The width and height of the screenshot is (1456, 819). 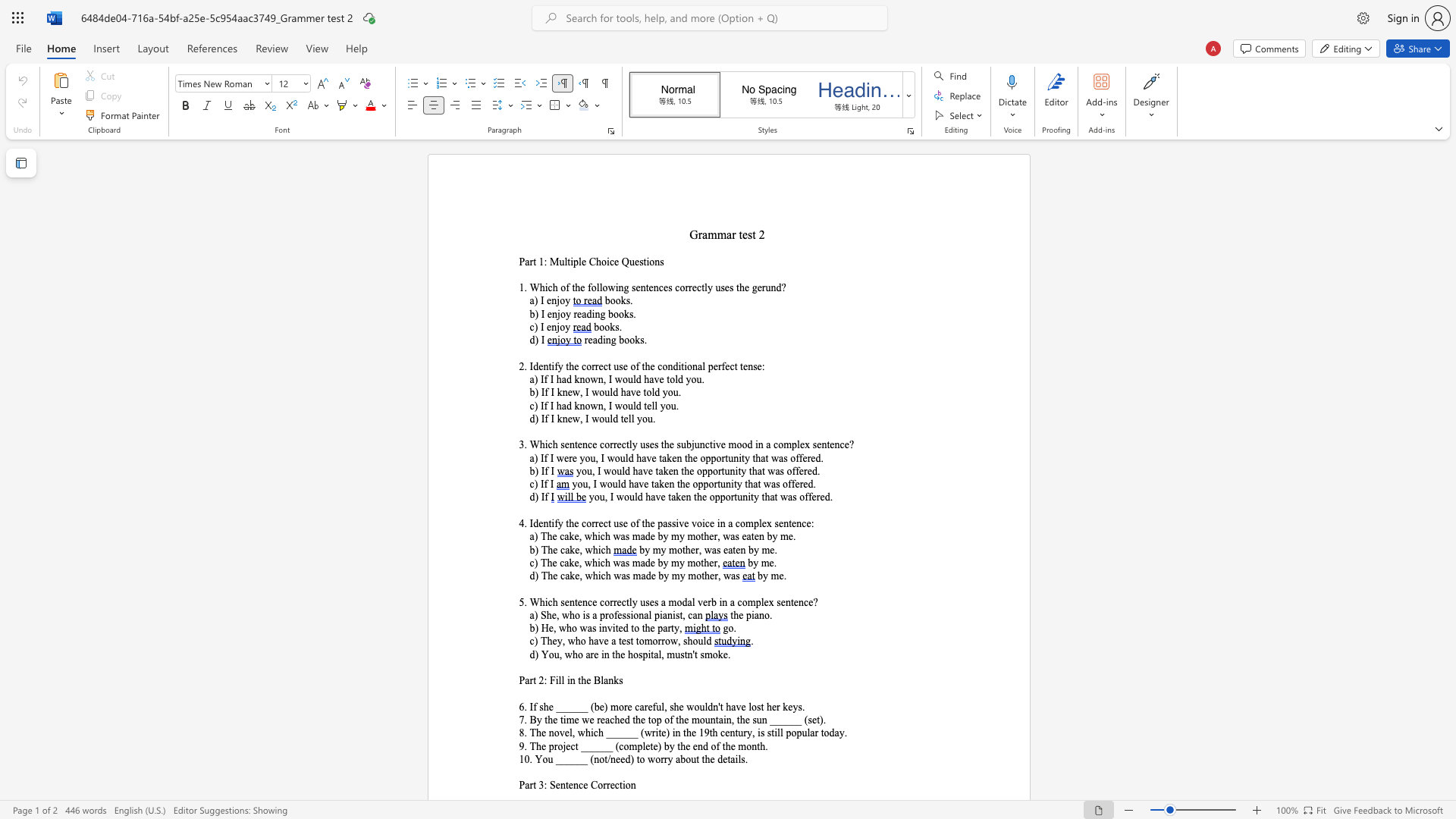 I want to click on the subset text "f I" within the text "c) If I", so click(x=544, y=484).